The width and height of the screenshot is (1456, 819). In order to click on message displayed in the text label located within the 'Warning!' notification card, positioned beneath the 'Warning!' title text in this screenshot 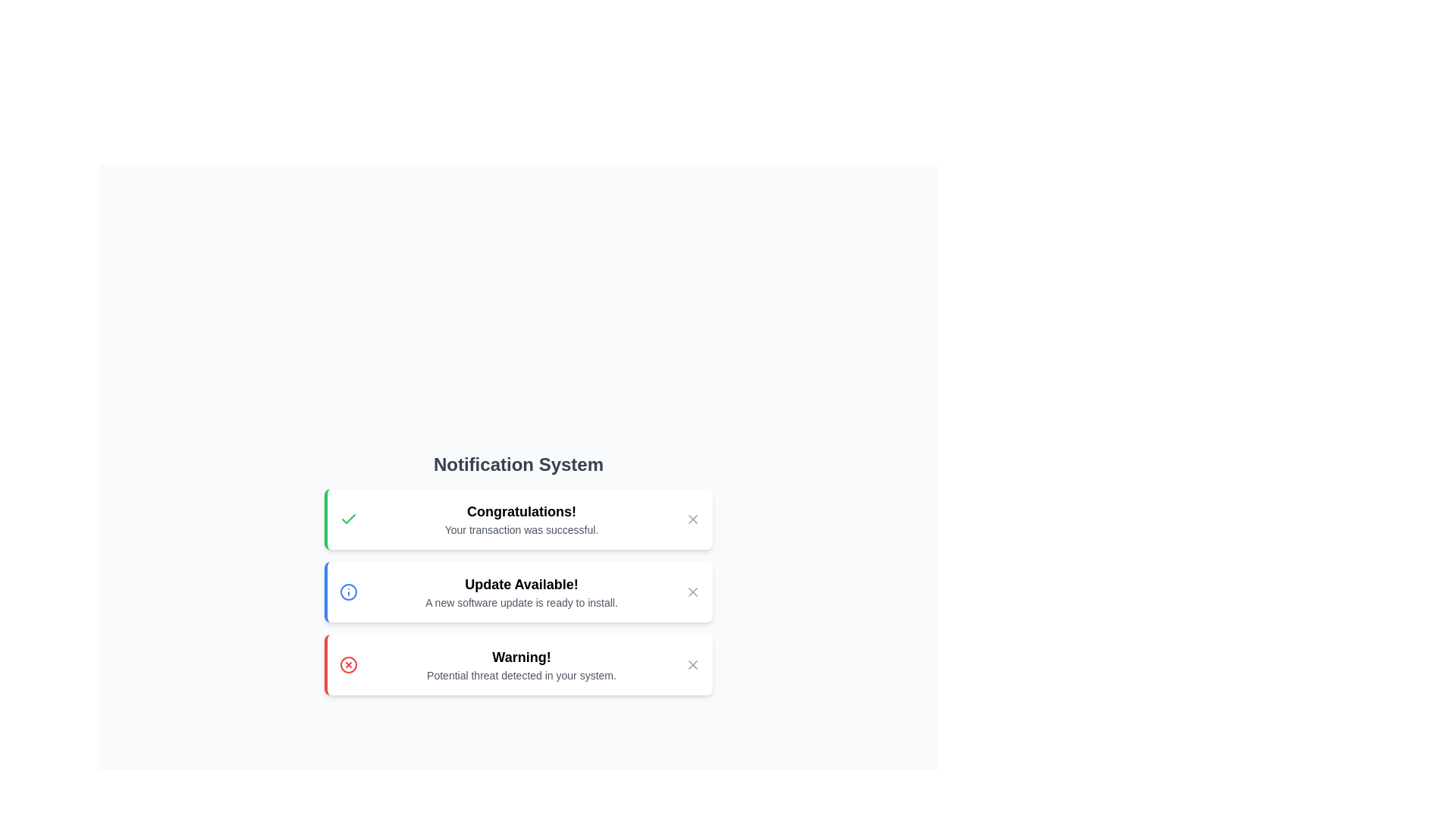, I will do `click(521, 675)`.